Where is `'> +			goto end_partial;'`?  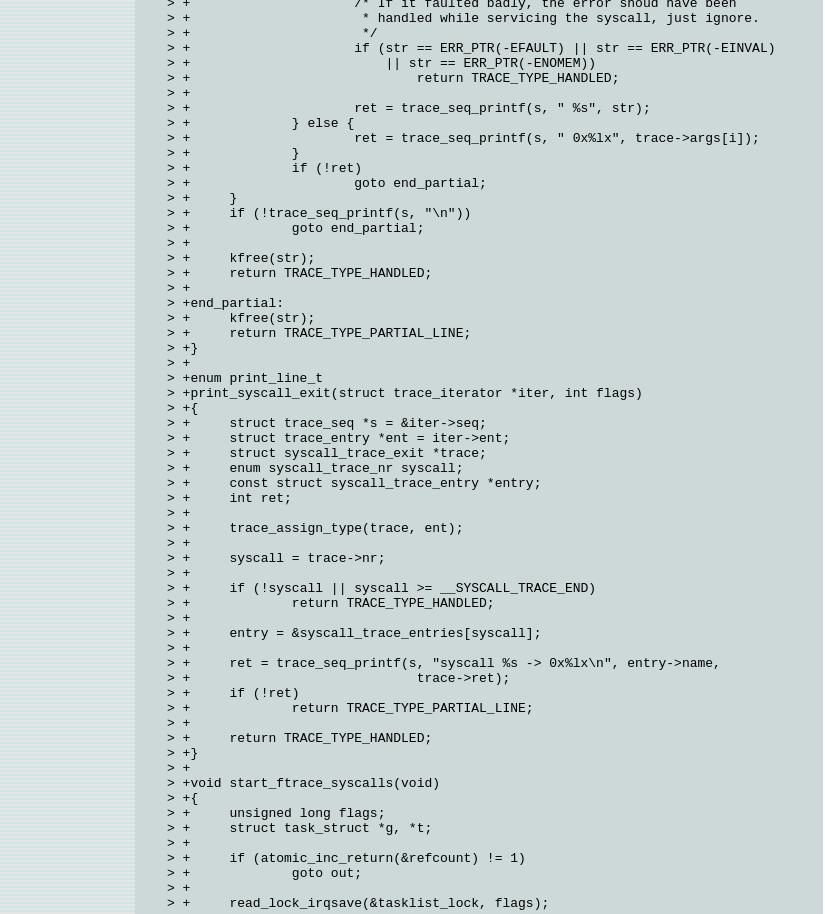
'> +			goto end_partial;' is located at coordinates (166, 183).